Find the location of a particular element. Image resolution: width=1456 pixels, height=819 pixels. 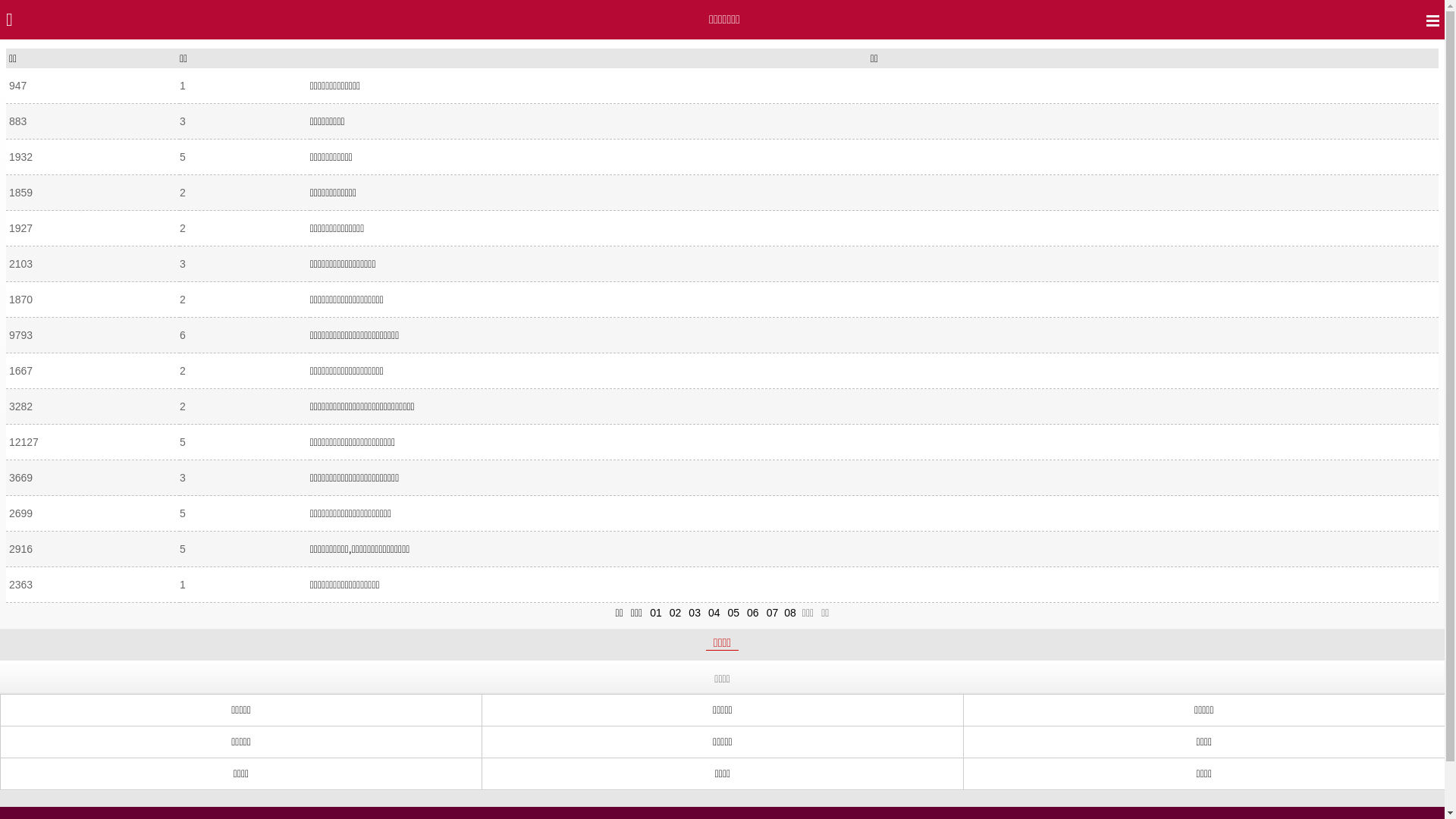

'03' is located at coordinates (694, 611).